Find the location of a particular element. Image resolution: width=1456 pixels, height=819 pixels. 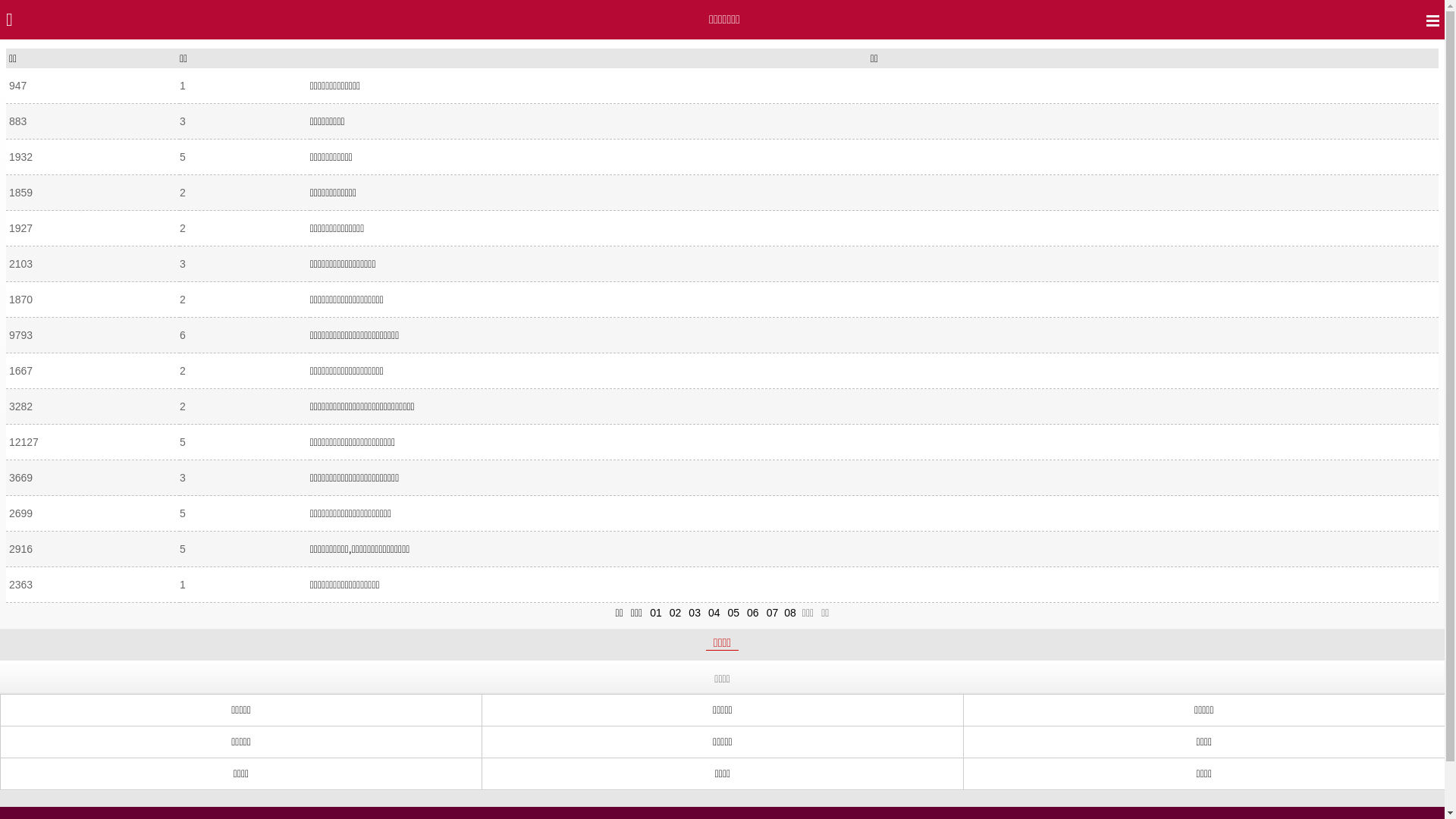

'03' is located at coordinates (694, 611).